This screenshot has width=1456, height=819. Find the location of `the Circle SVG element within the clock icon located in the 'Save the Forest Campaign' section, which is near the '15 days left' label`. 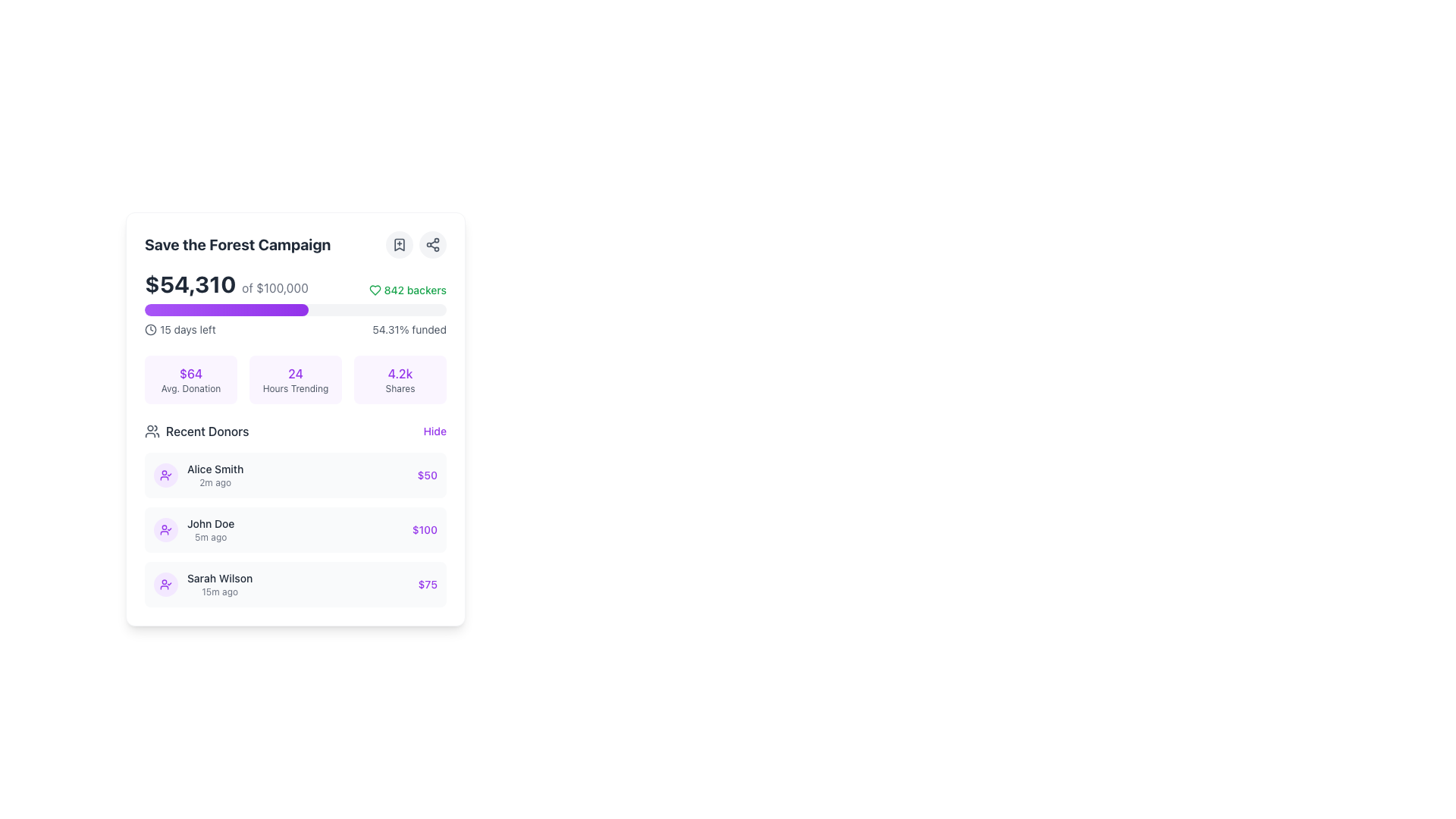

the Circle SVG element within the clock icon located in the 'Save the Forest Campaign' section, which is near the '15 days left' label is located at coordinates (150, 329).